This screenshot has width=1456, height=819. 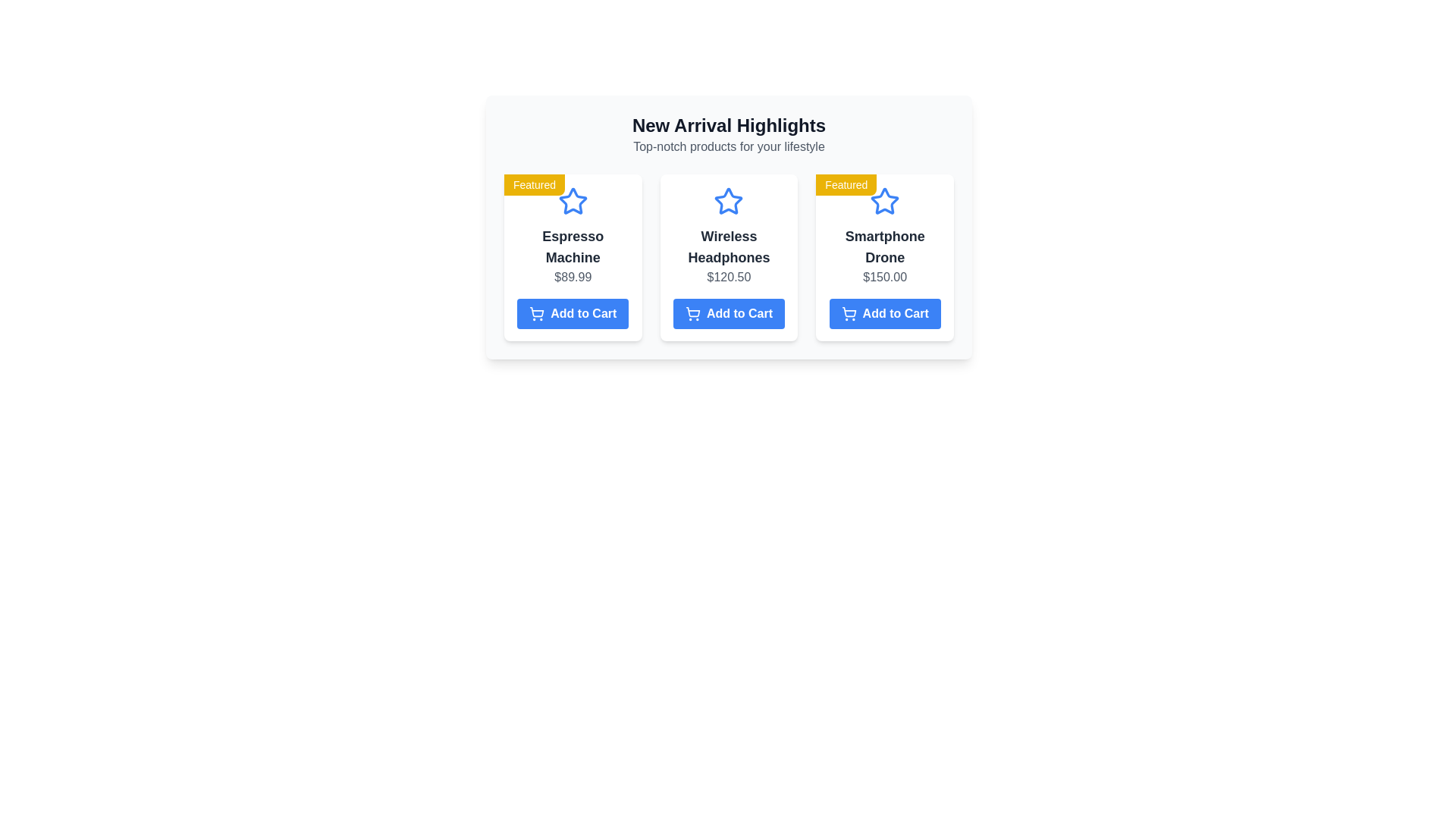 I want to click on the promotional icon for the 'Wireless Headphones' product, which is centrally located within its card in the 'New Arrival Highlights' section, so click(x=729, y=200).